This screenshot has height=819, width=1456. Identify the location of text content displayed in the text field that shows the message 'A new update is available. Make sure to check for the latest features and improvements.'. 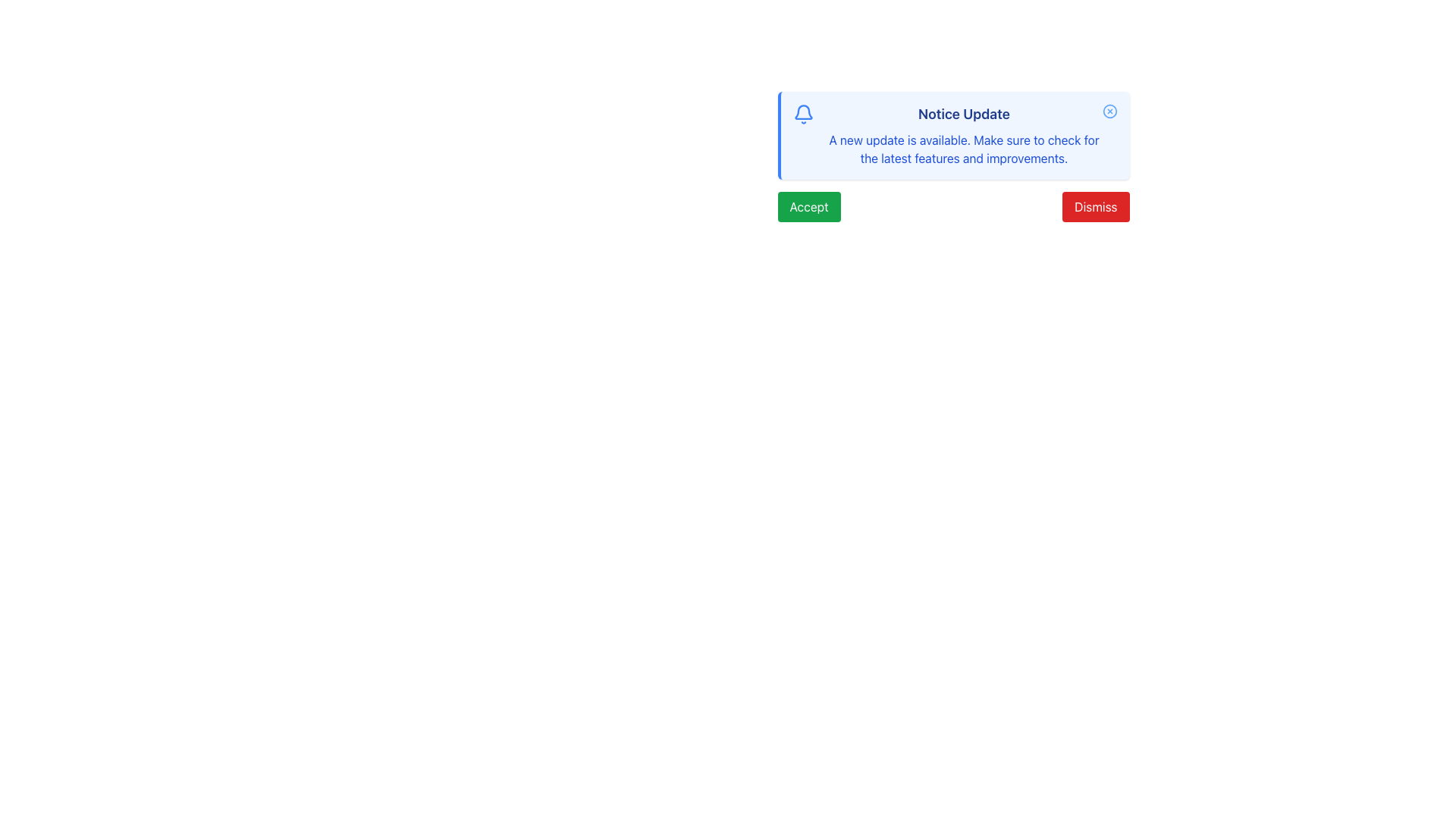
(963, 149).